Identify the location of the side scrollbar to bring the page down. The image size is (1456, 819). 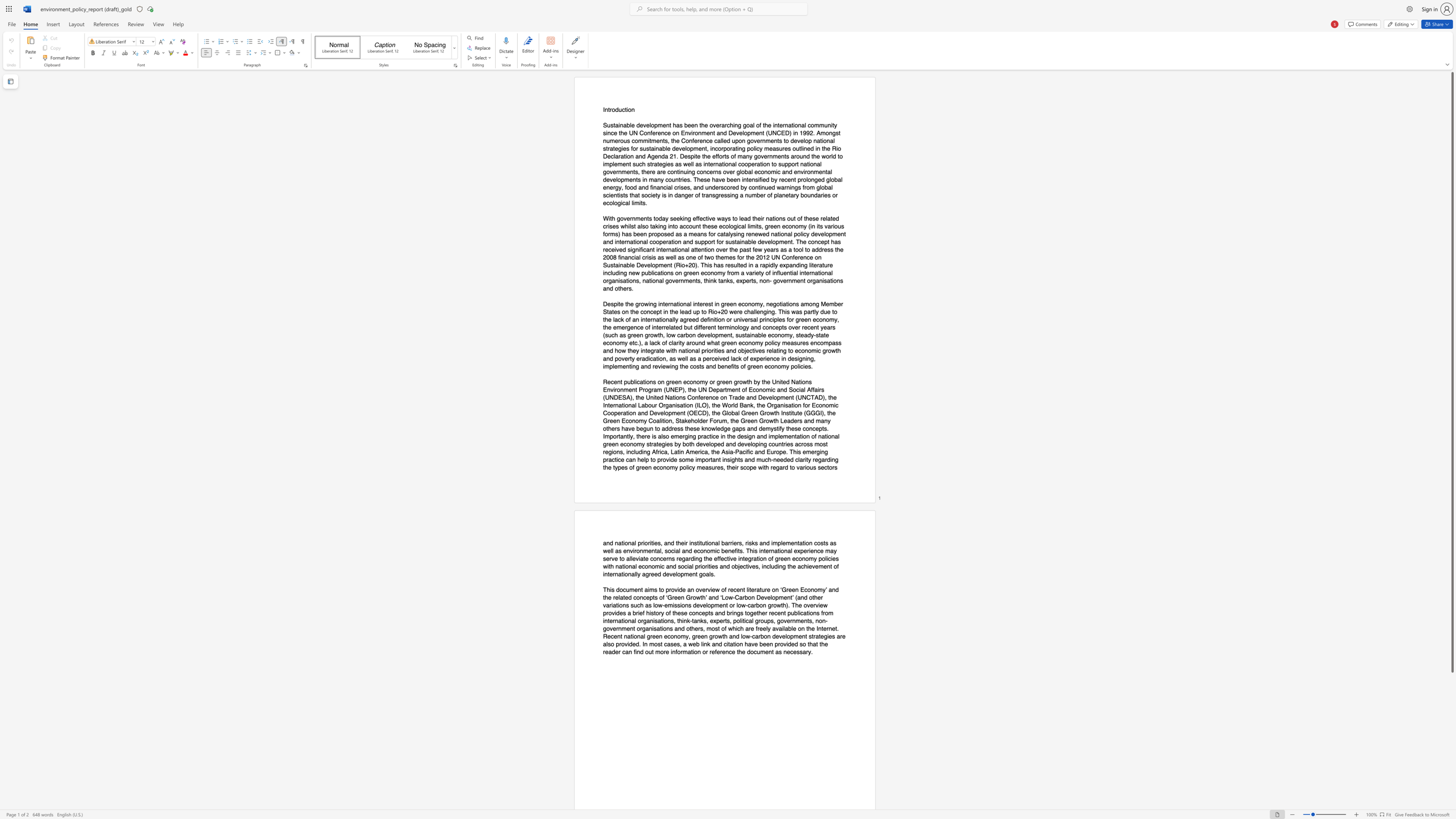
(1451, 766).